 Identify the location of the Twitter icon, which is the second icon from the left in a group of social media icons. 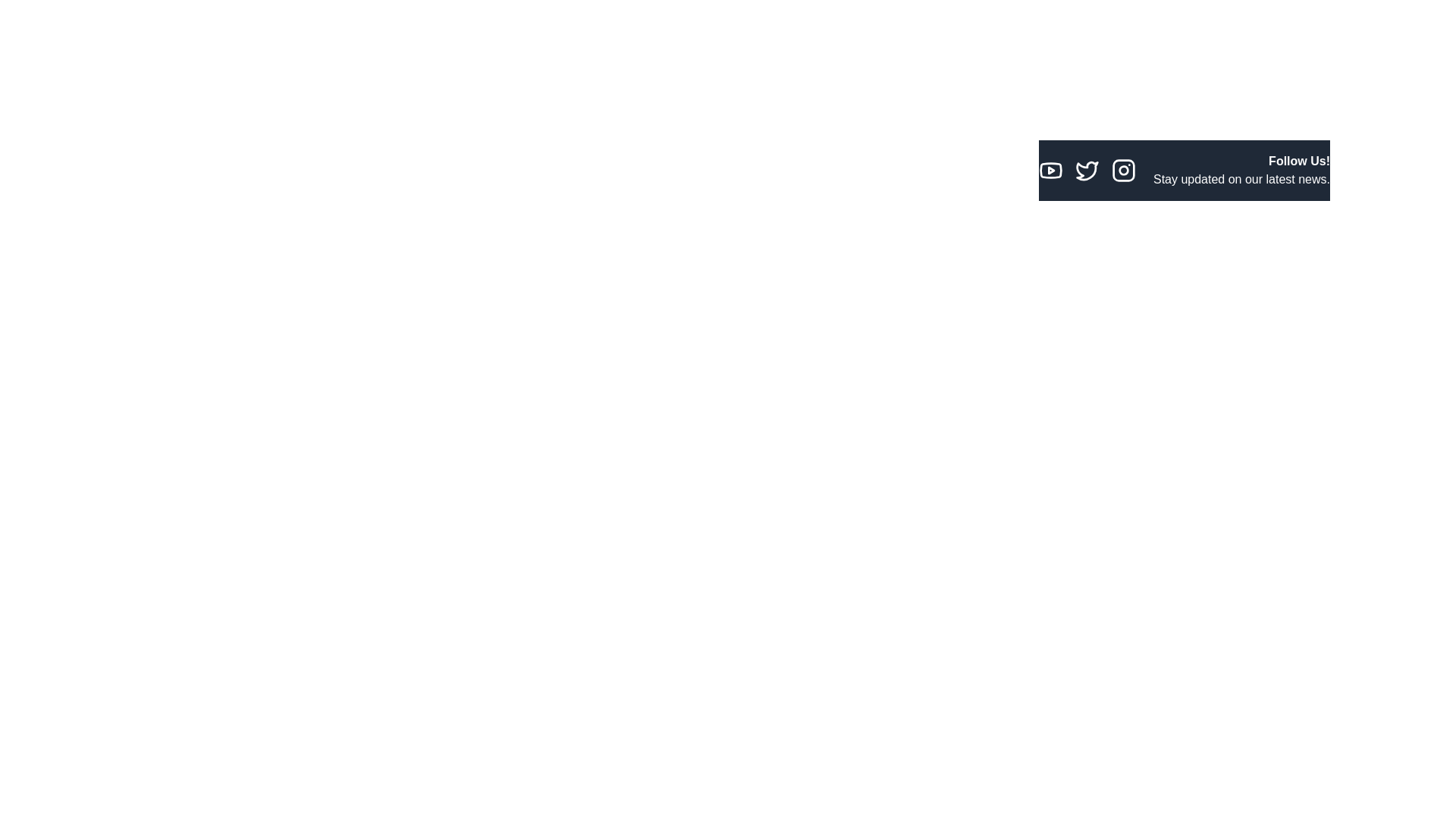
(1087, 170).